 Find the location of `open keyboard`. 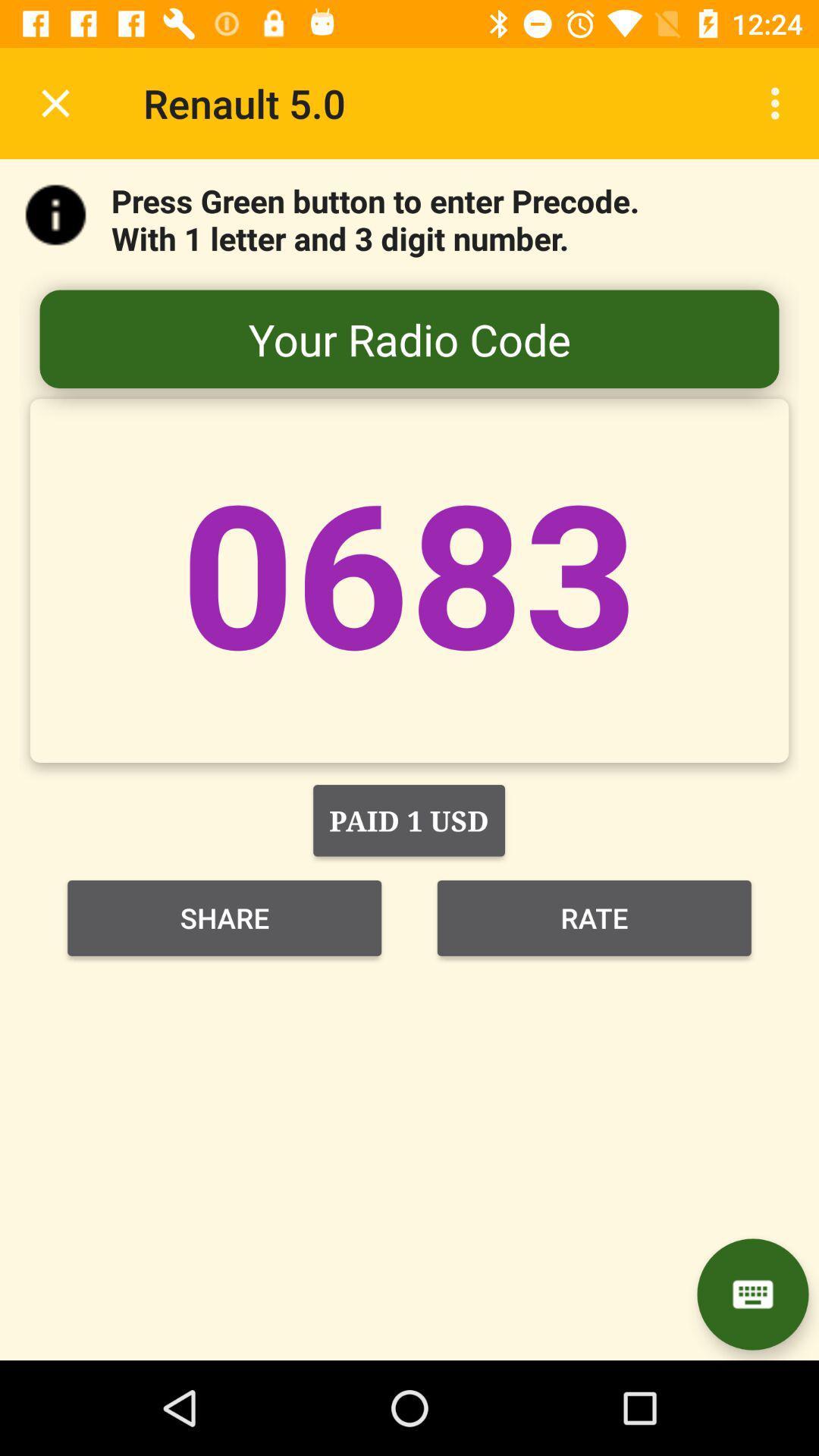

open keyboard is located at coordinates (752, 1294).